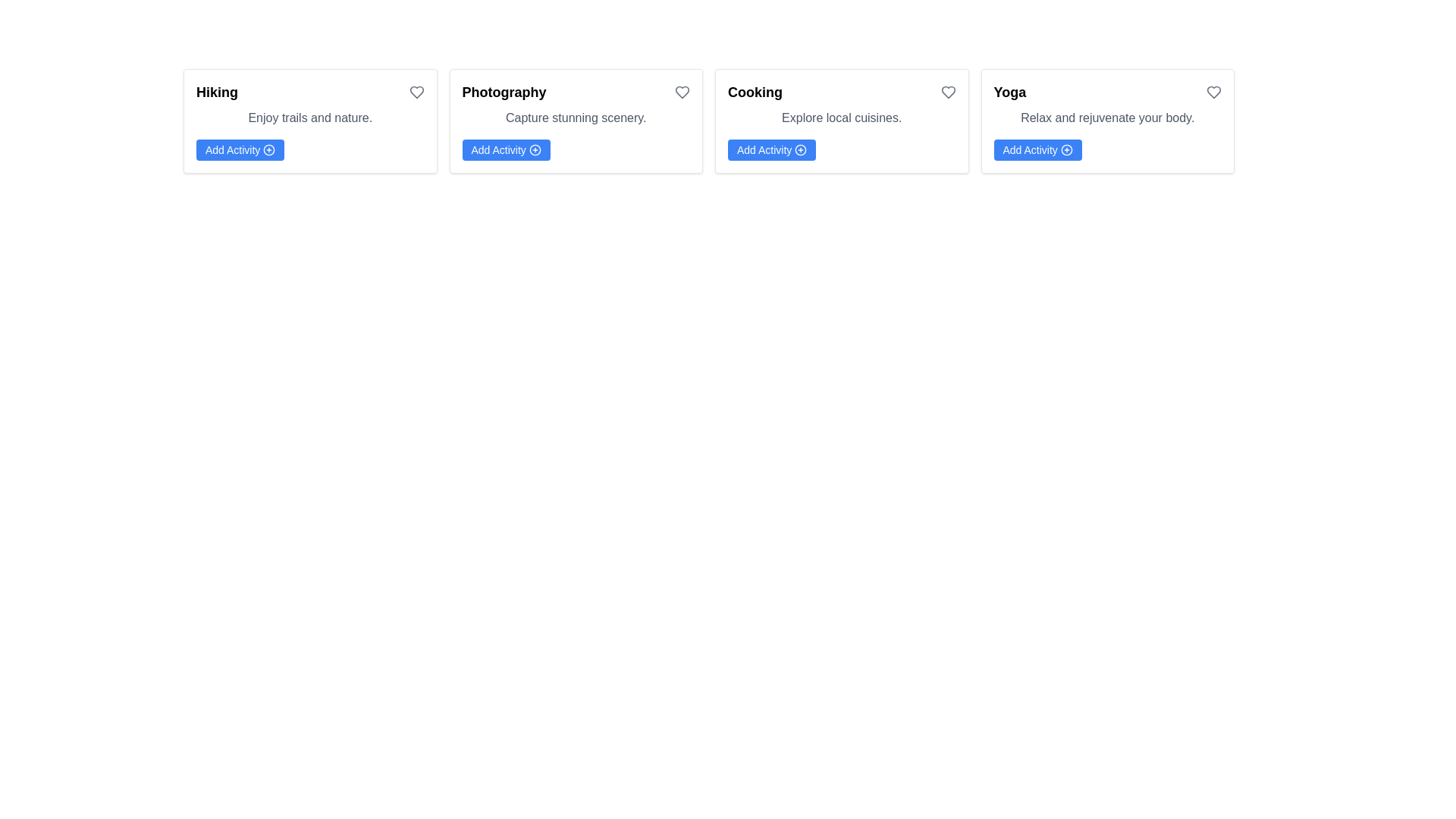 Image resolution: width=1456 pixels, height=819 pixels. What do you see at coordinates (1214, 93) in the screenshot?
I see `the heart-shaped favorite icon` at bounding box center [1214, 93].